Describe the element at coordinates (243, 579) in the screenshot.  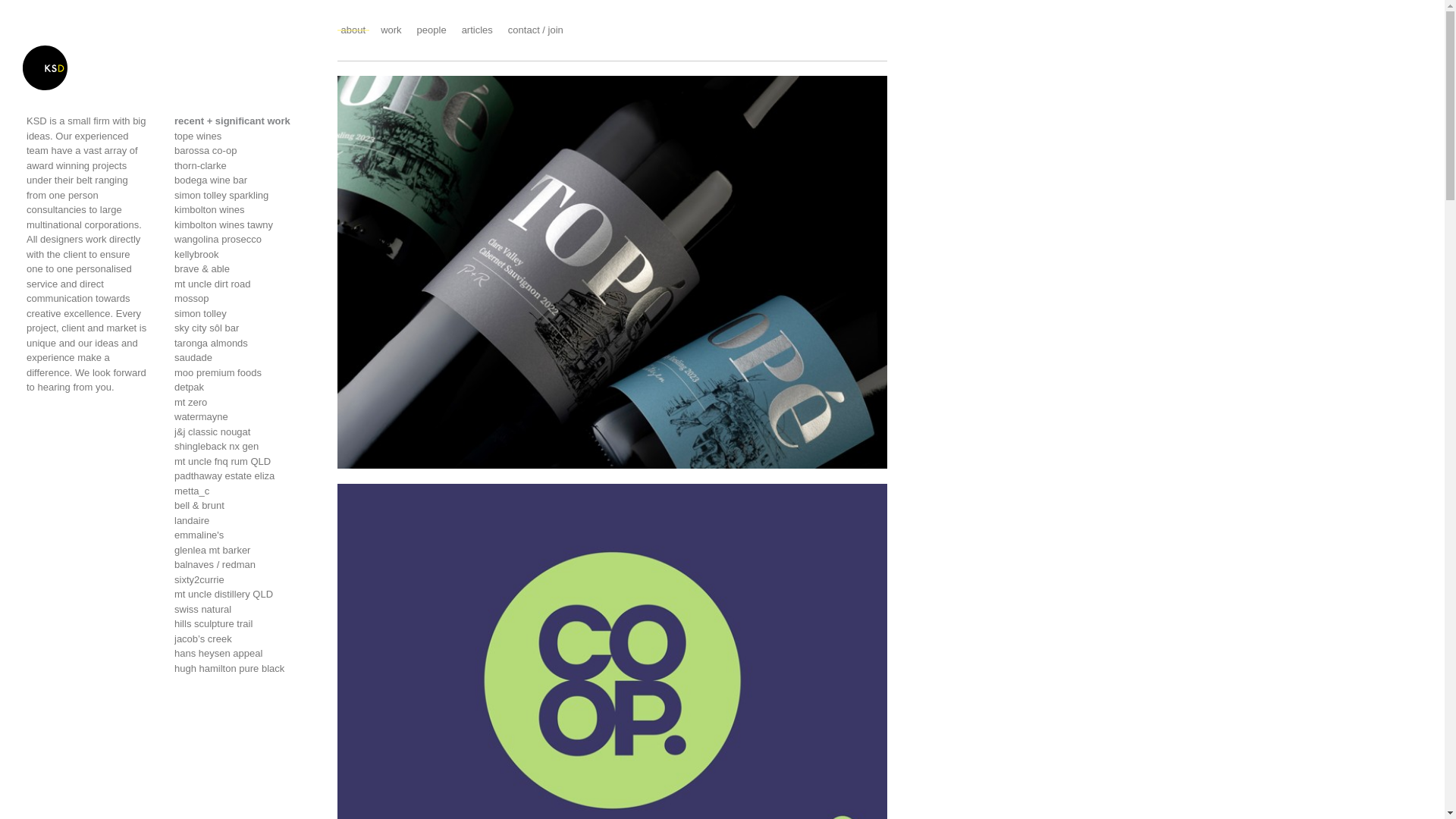
I see `'sixty2currie'` at that location.